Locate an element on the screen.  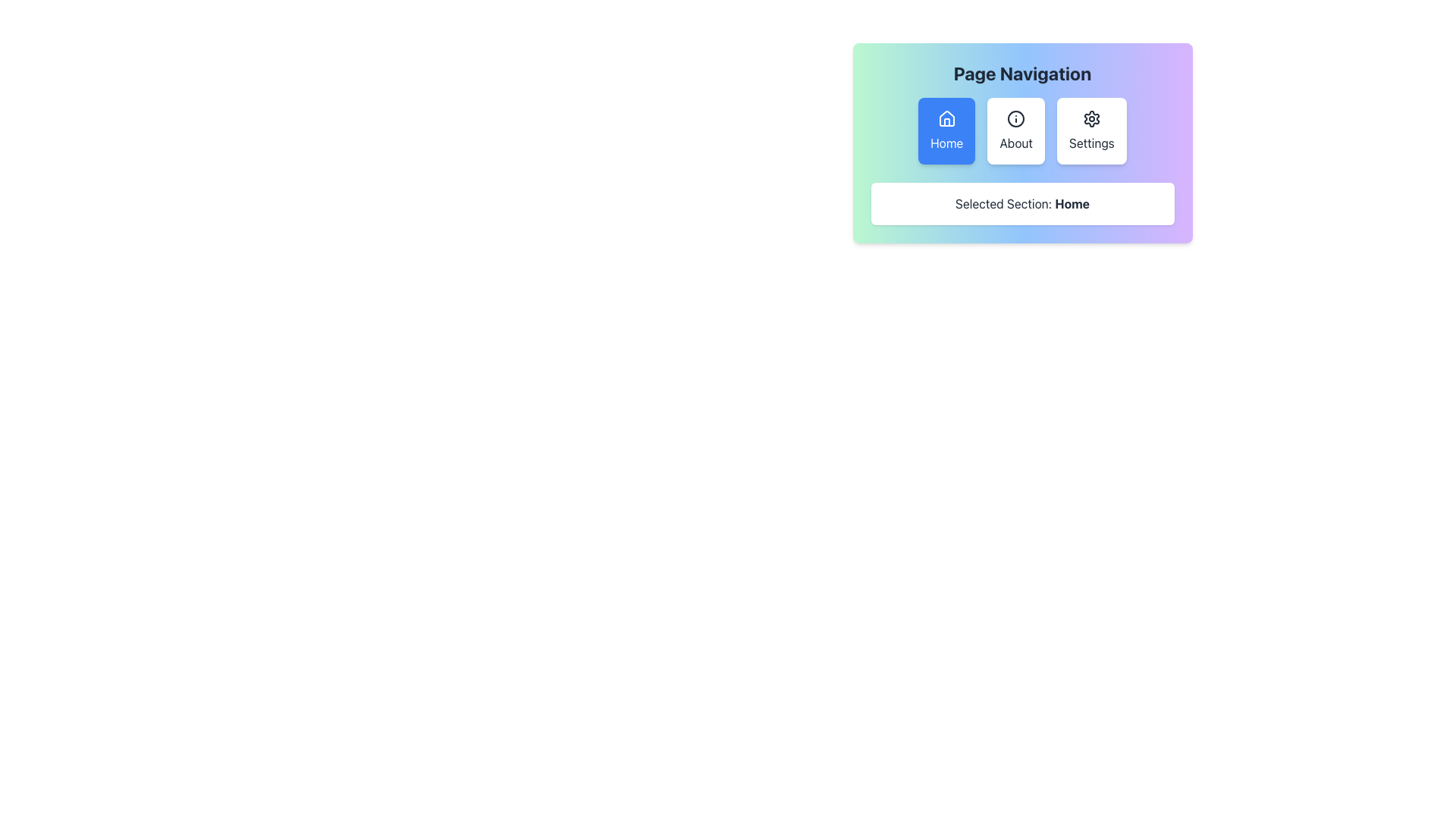
the text label indicating the currently selected navigation section, specifically the text 'Home' within the phrase 'Selected Section: Home', to highlight it is located at coordinates (1072, 203).